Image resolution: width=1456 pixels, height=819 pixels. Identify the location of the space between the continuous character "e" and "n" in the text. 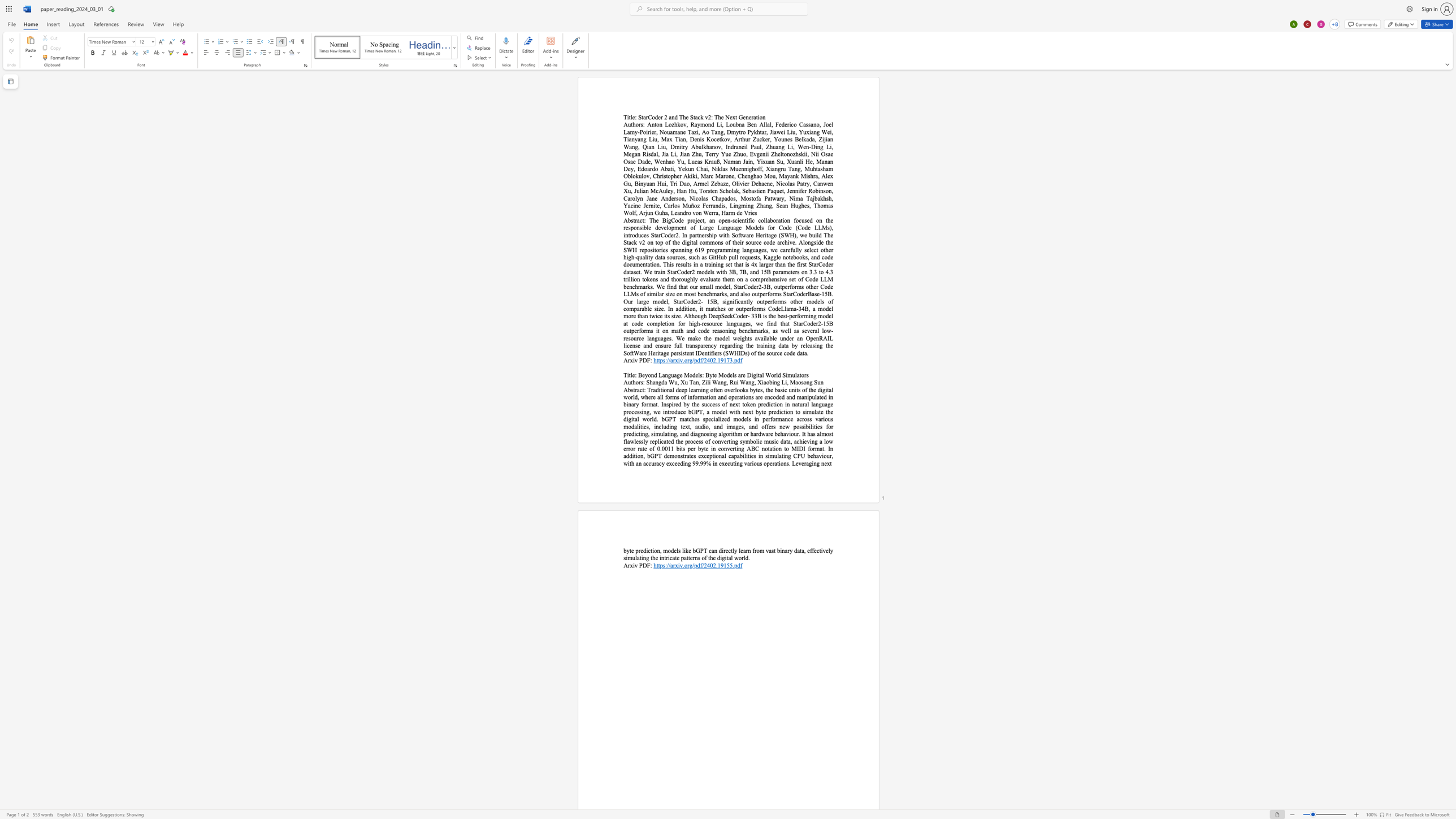
(746, 117).